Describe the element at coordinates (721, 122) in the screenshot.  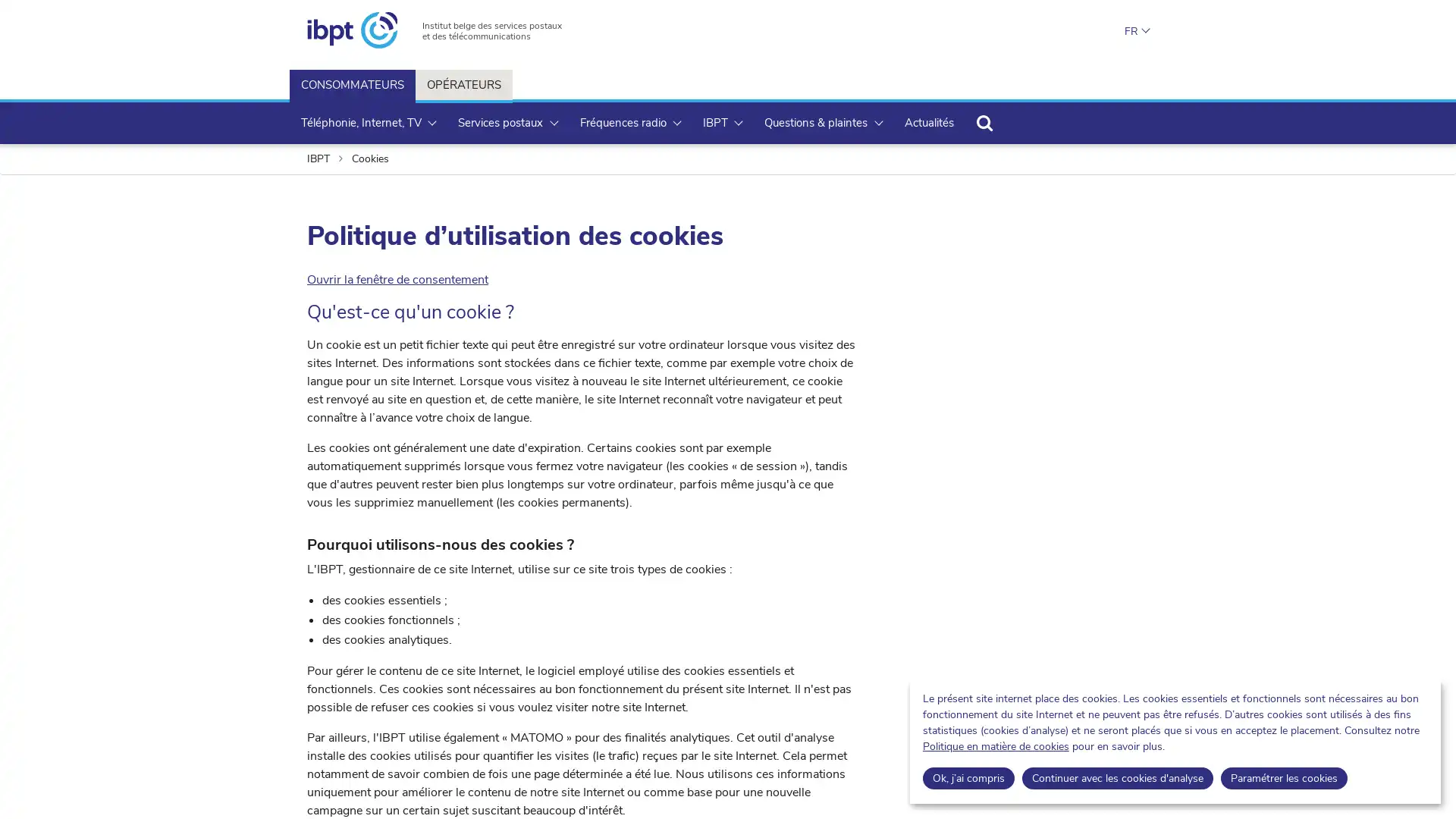
I see `IBPT` at that location.